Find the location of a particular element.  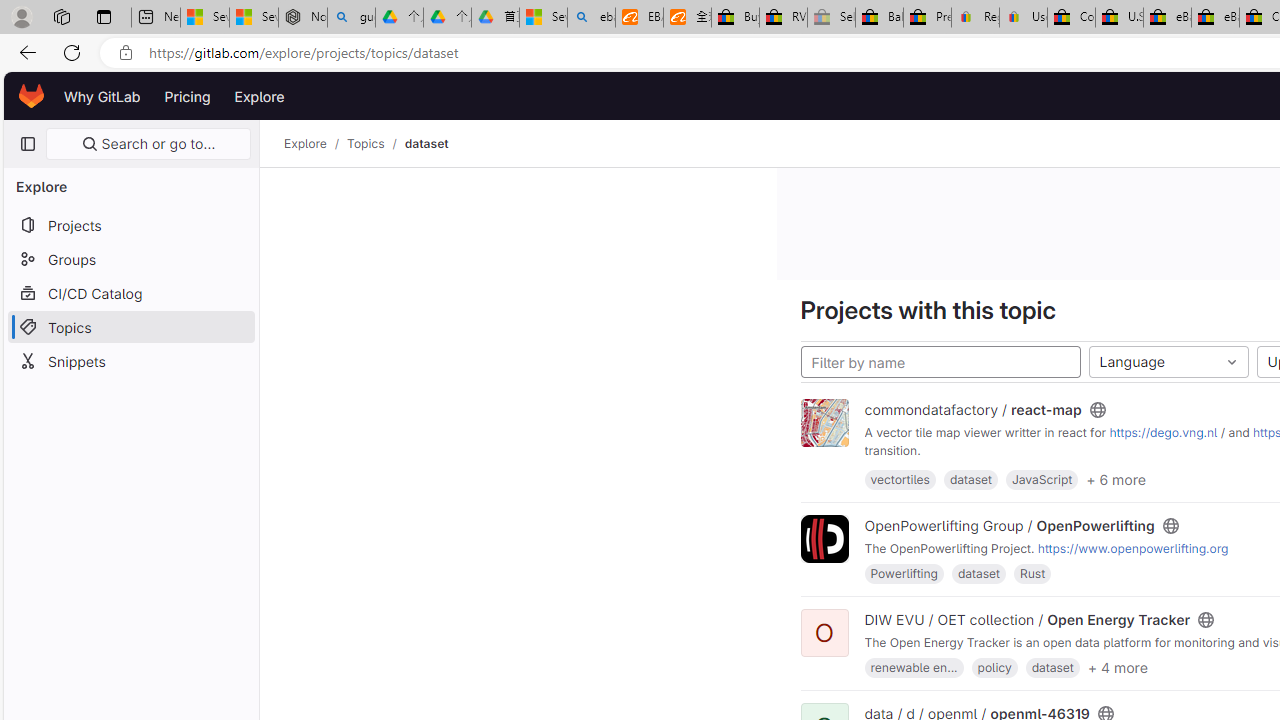

'Refresh' is located at coordinates (72, 51).